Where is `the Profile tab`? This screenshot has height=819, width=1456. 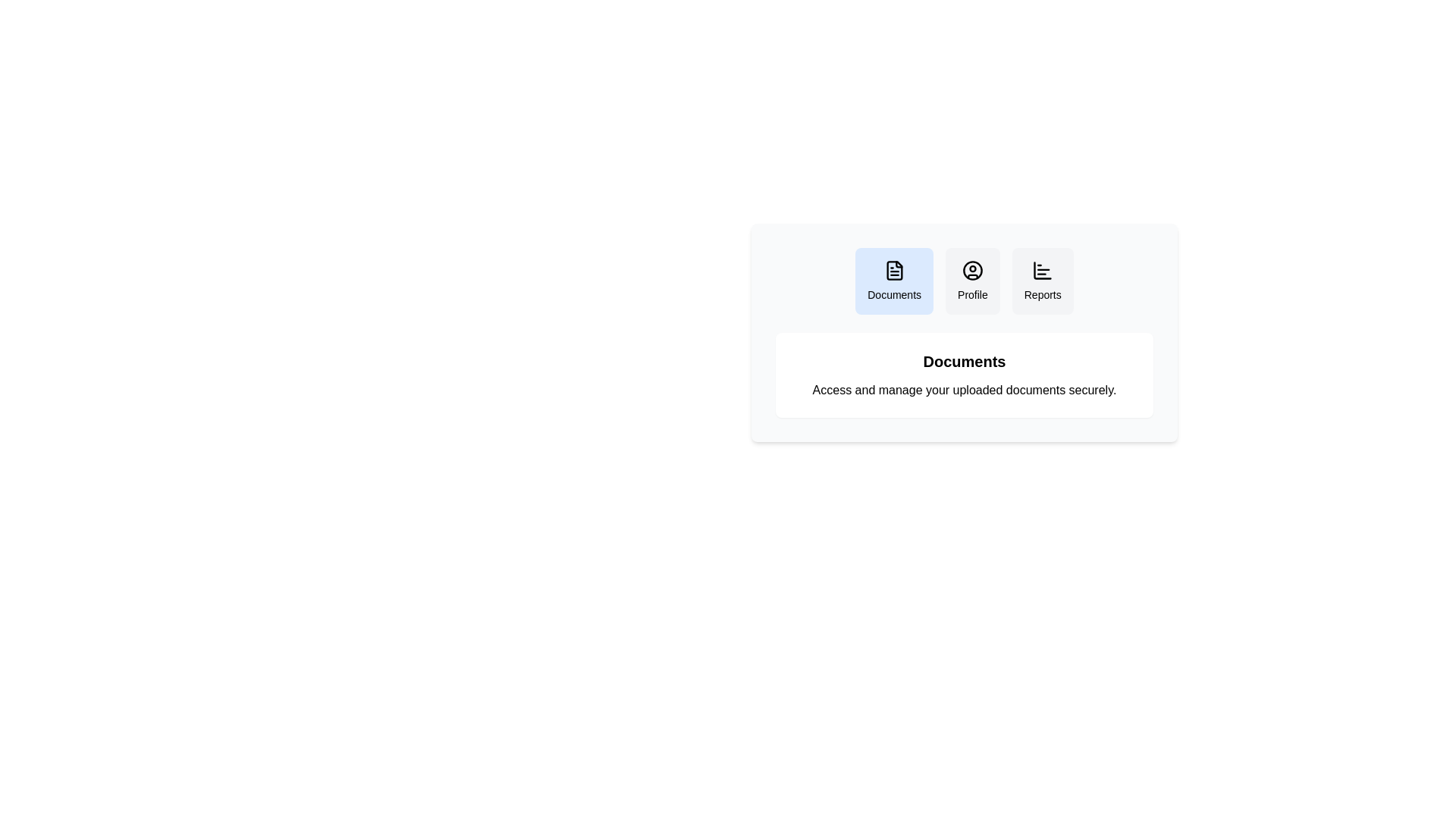
the Profile tab is located at coordinates (972, 281).